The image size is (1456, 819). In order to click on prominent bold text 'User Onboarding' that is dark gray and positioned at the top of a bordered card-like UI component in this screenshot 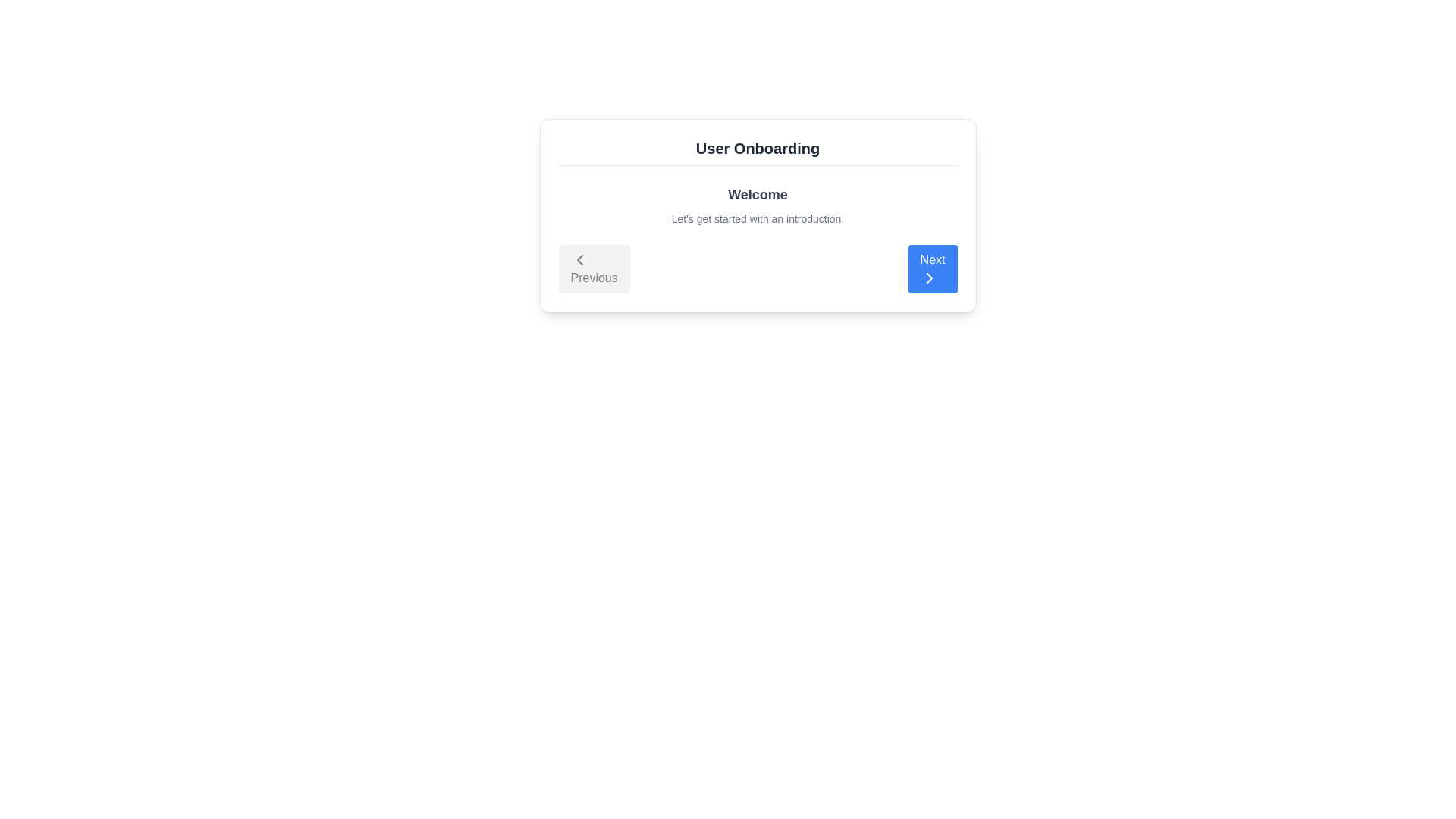, I will do `click(758, 149)`.